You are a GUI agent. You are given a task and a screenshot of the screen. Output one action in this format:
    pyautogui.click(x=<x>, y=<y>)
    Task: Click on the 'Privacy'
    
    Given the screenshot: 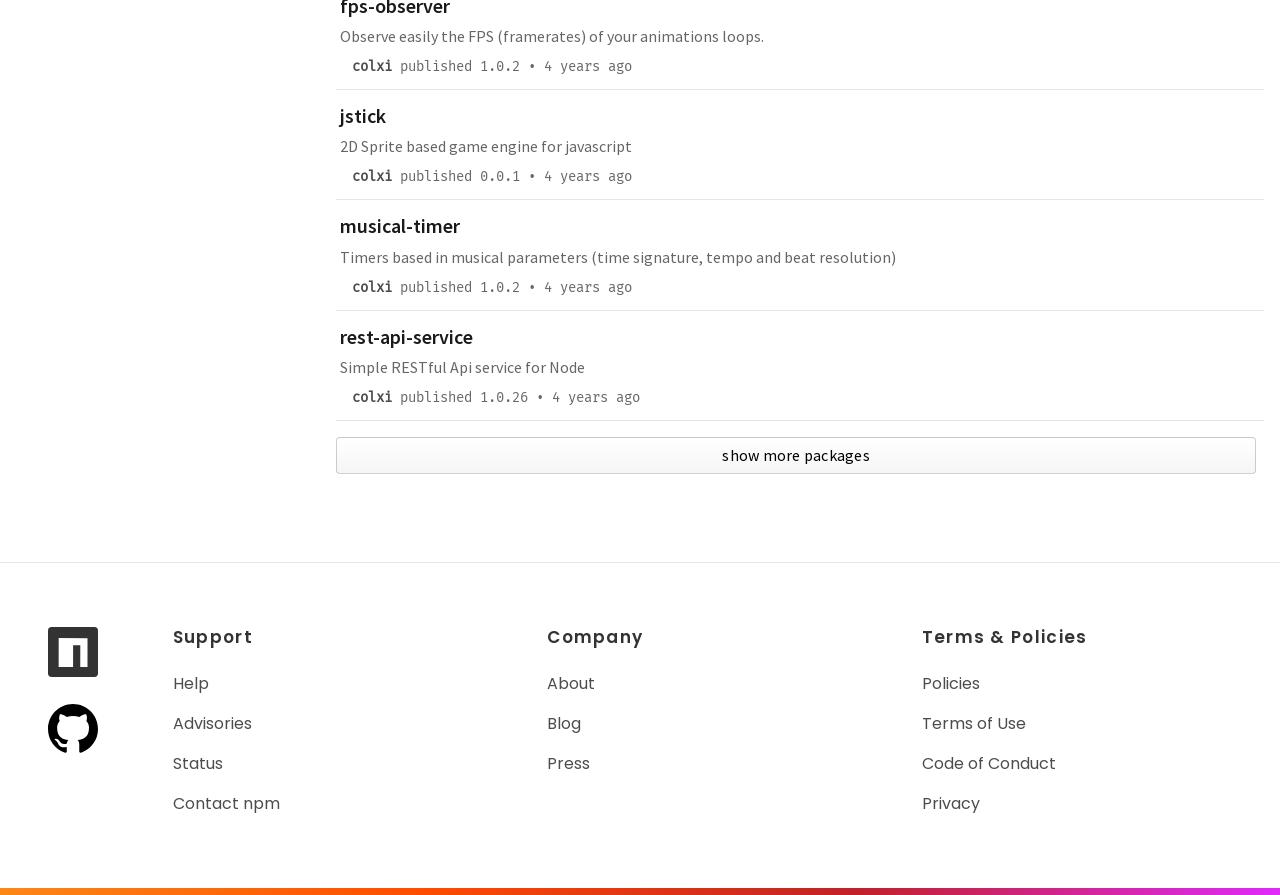 What is the action you would take?
    pyautogui.click(x=949, y=802)
    